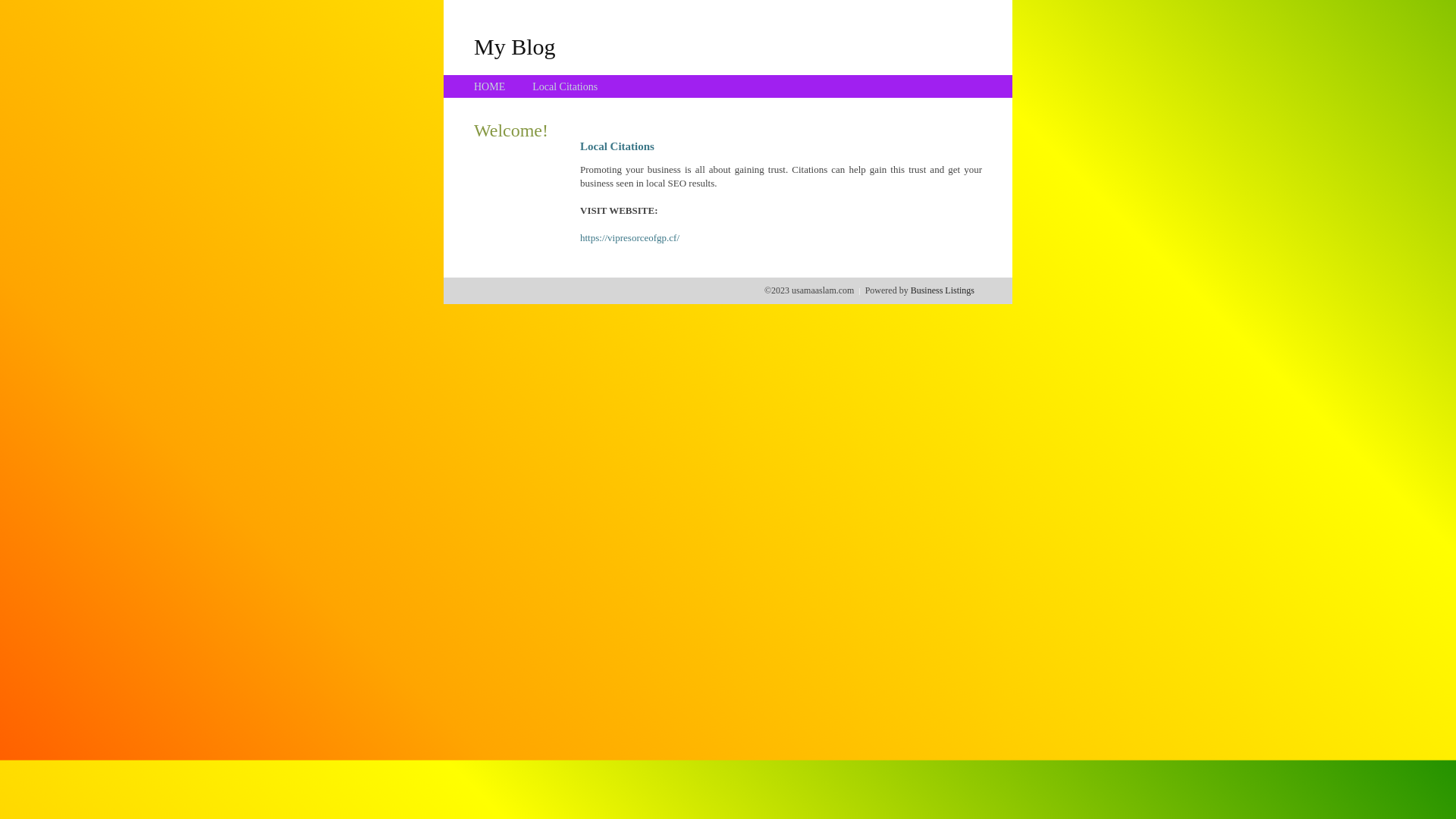 Image resolution: width=1456 pixels, height=819 pixels. Describe the element at coordinates (629, 237) in the screenshot. I see `'https://vipresorceofgp.cf/'` at that location.